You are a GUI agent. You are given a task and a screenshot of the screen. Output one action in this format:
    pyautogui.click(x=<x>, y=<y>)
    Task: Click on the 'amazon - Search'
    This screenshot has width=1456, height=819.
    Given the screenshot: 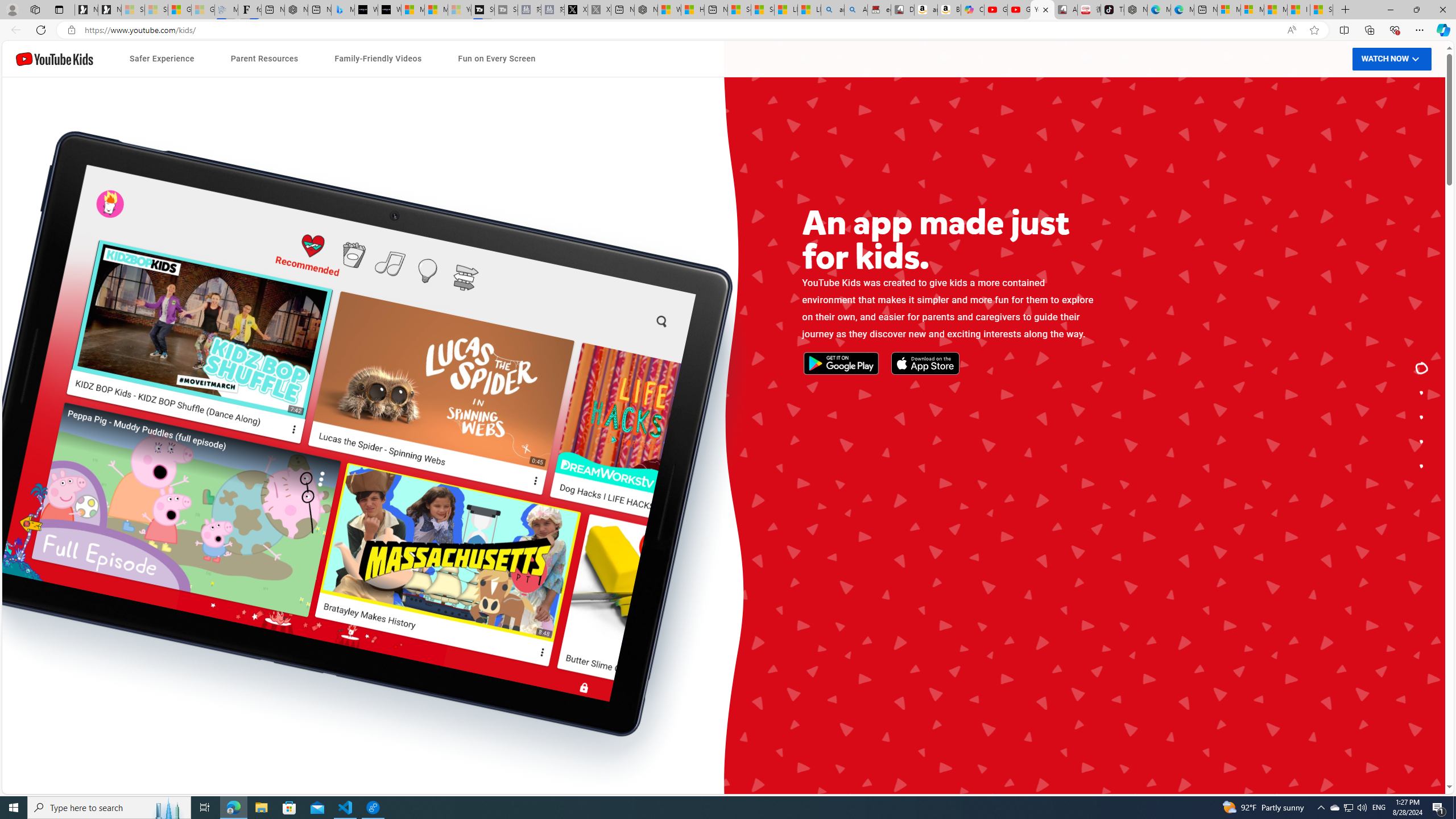 What is the action you would take?
    pyautogui.click(x=832, y=9)
    